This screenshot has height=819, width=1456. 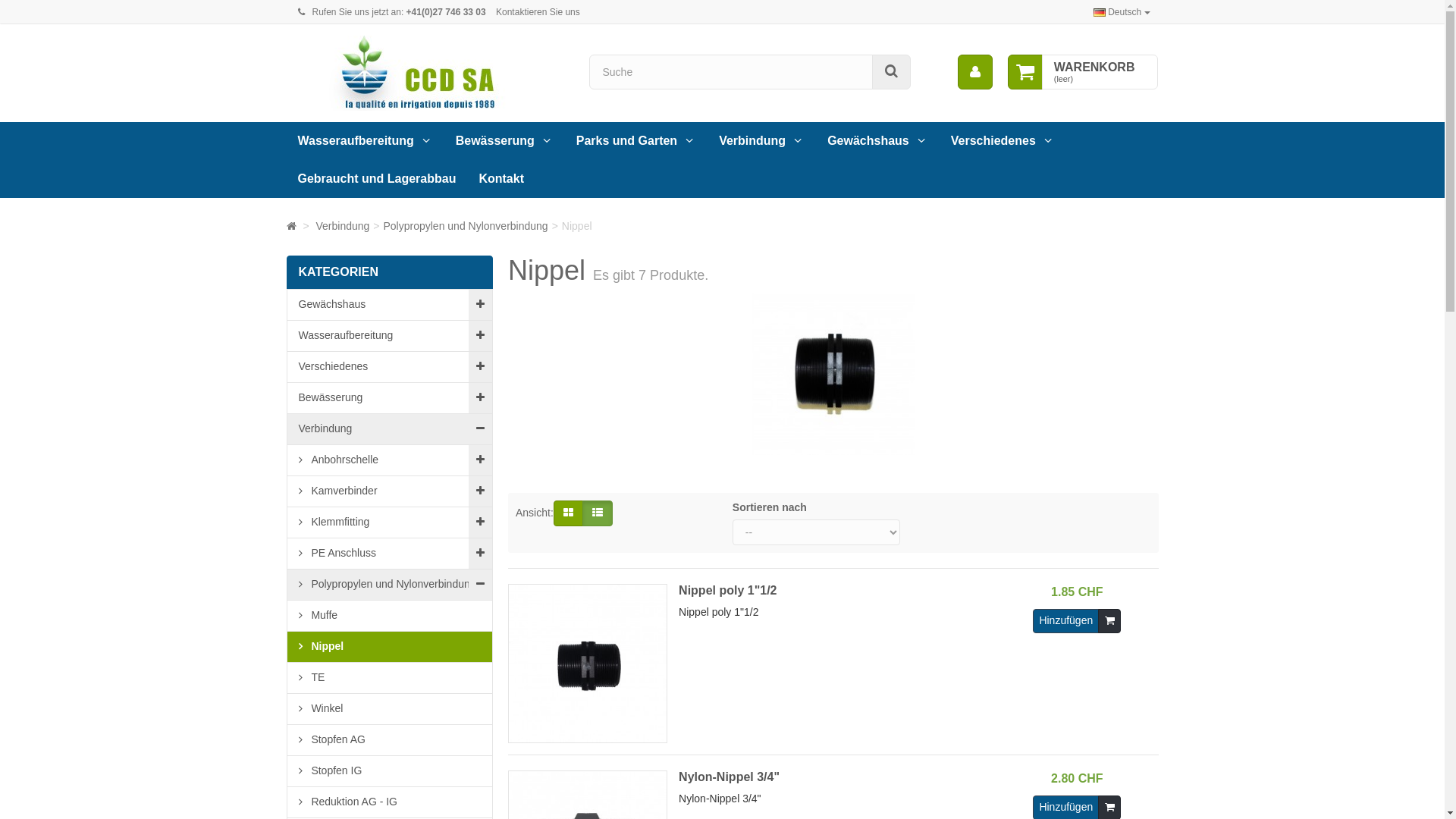 I want to click on 'Verbindung', so click(x=315, y=225).